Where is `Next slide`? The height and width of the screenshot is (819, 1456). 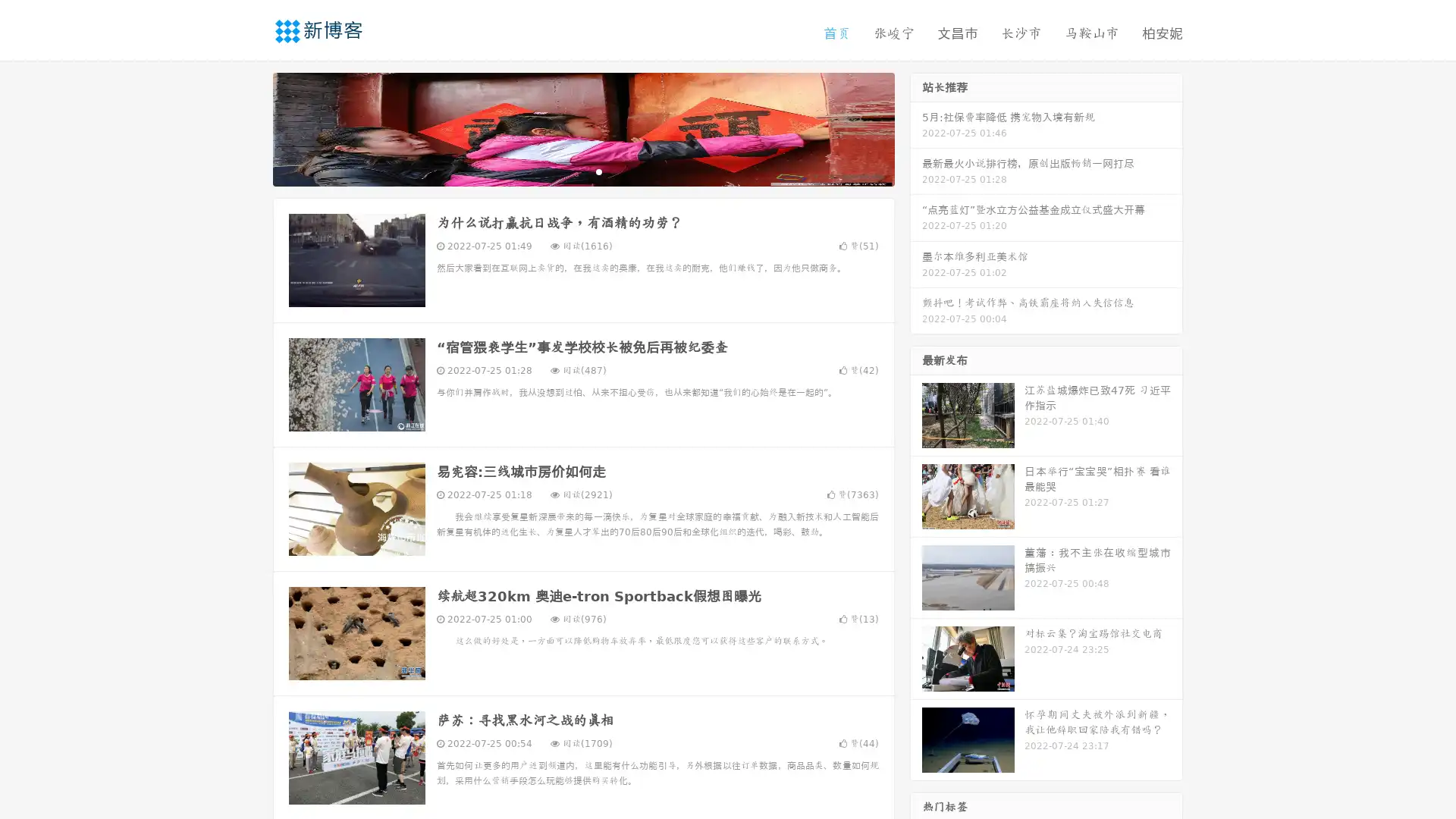 Next slide is located at coordinates (916, 127).